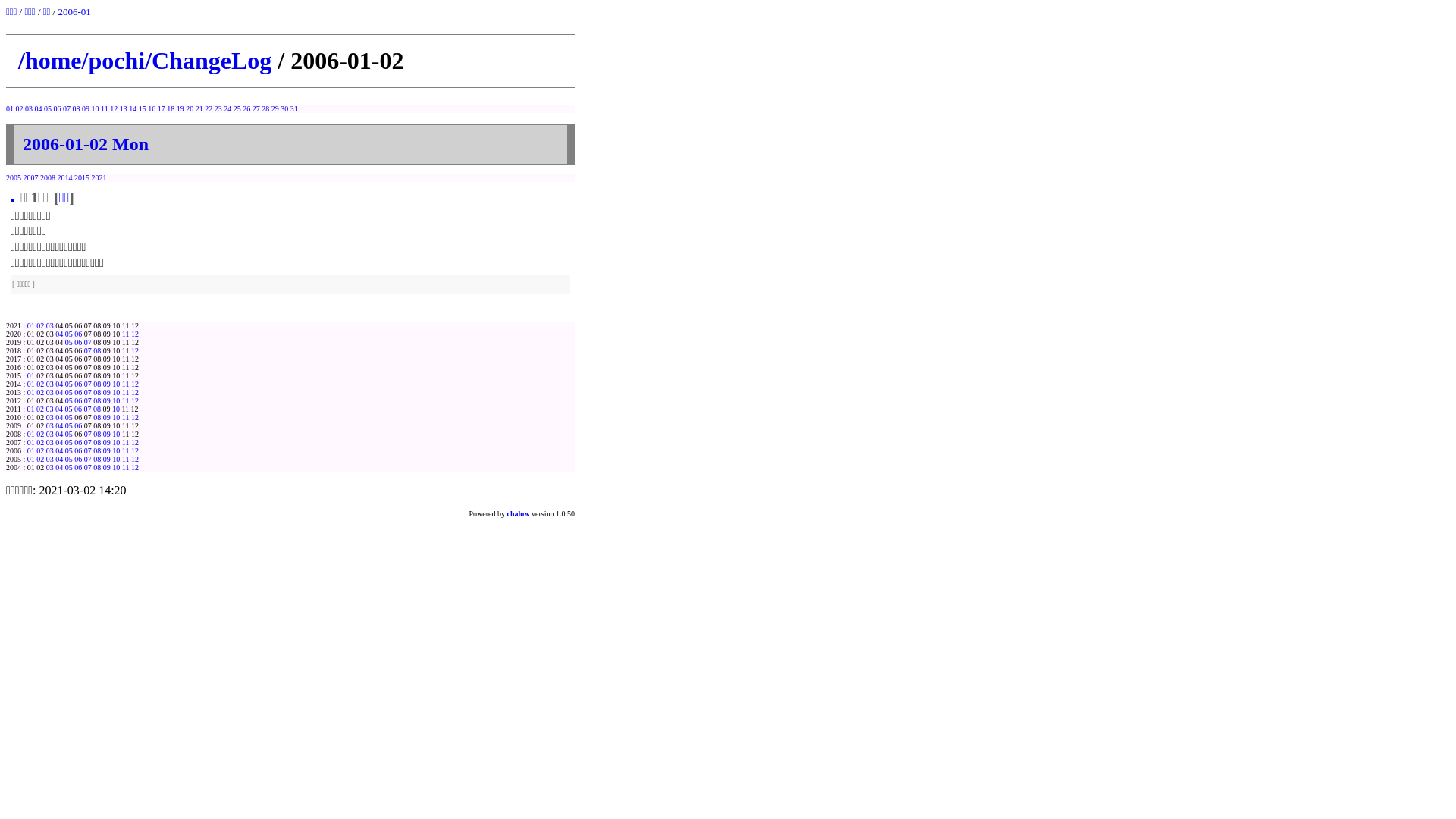 The image size is (1456, 819). I want to click on '14', so click(132, 108).